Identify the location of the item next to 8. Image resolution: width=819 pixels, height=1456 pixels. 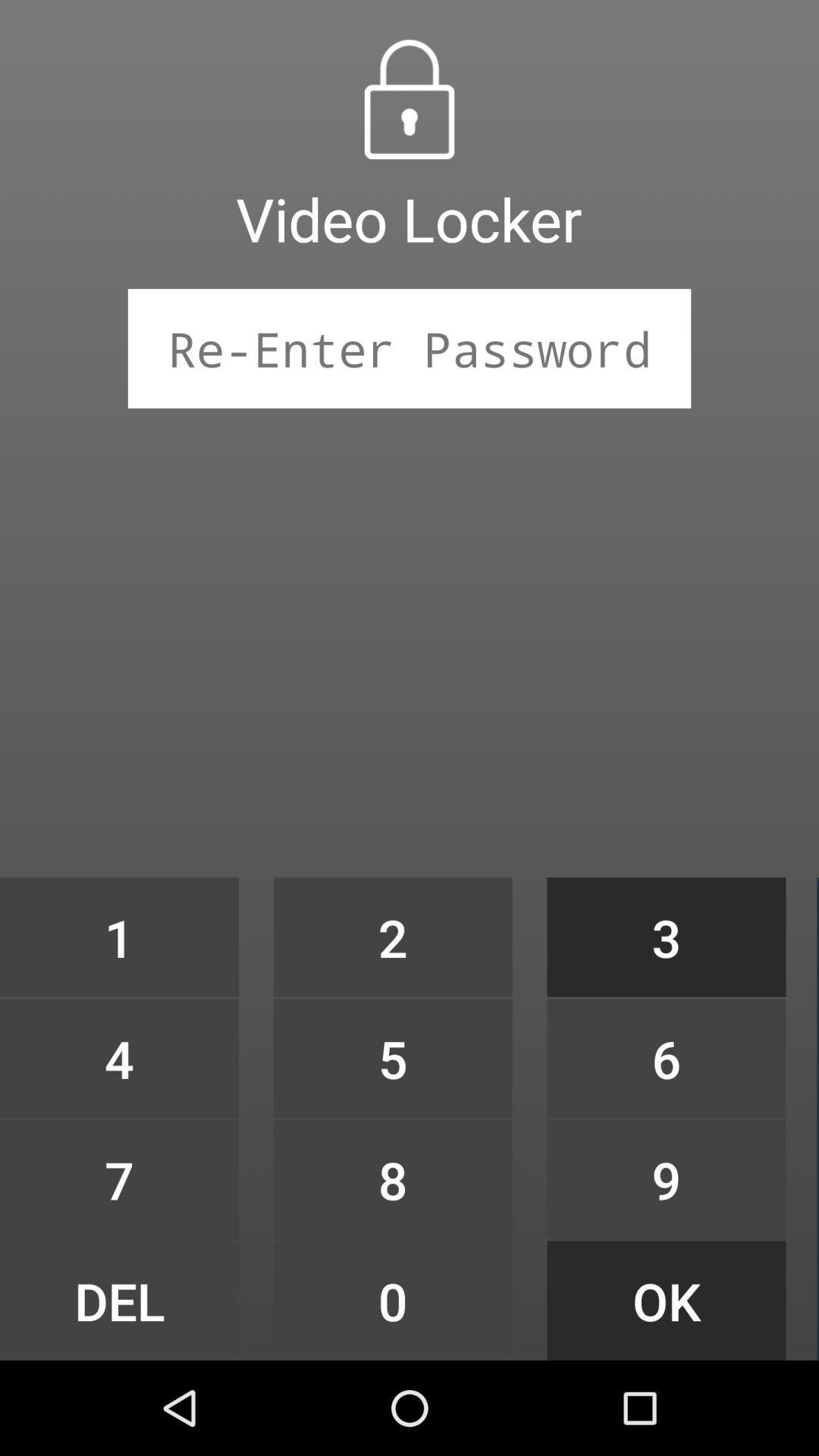
(666, 1300).